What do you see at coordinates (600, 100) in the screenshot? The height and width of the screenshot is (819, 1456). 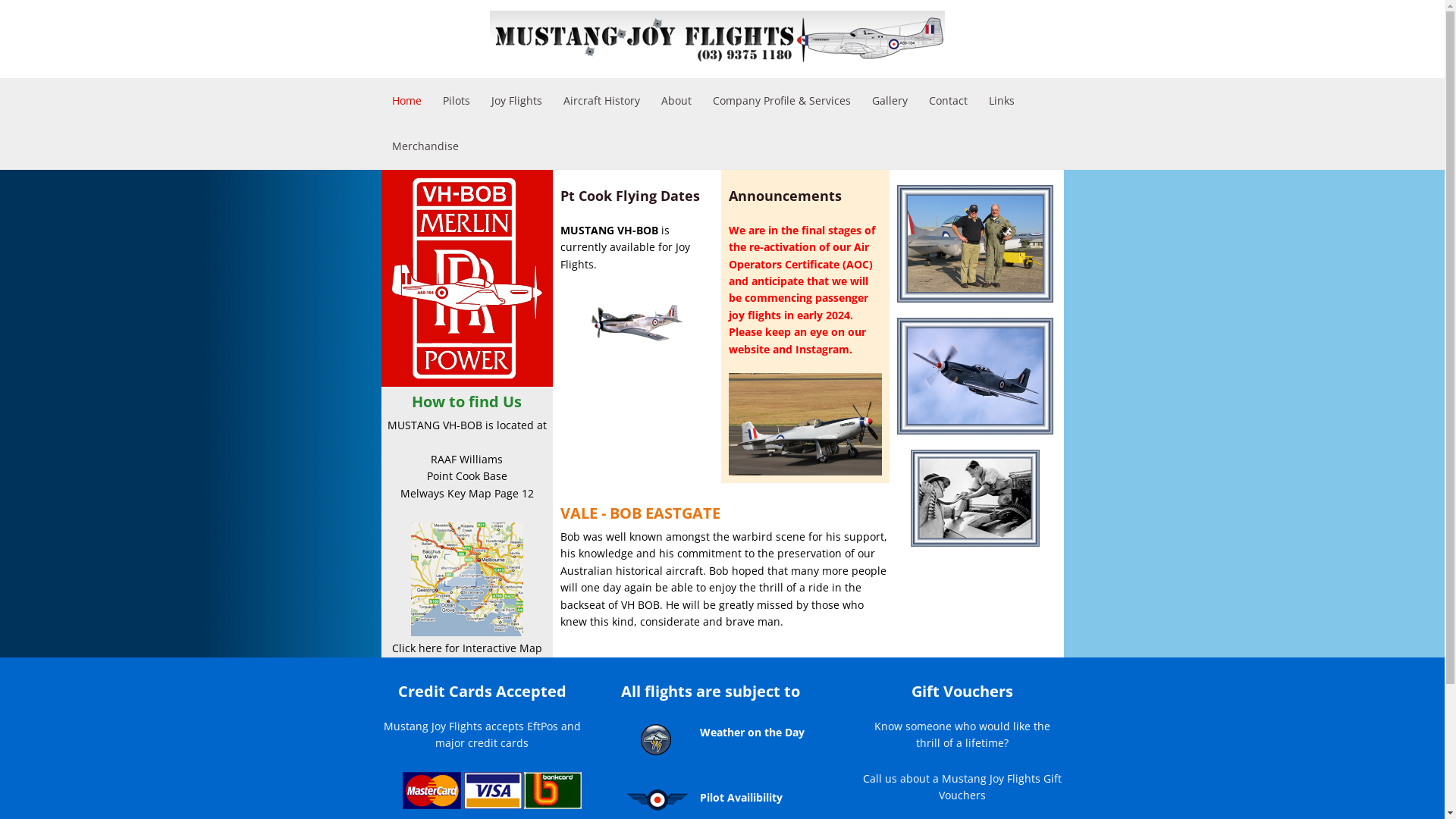 I see `'Aircraft History'` at bounding box center [600, 100].